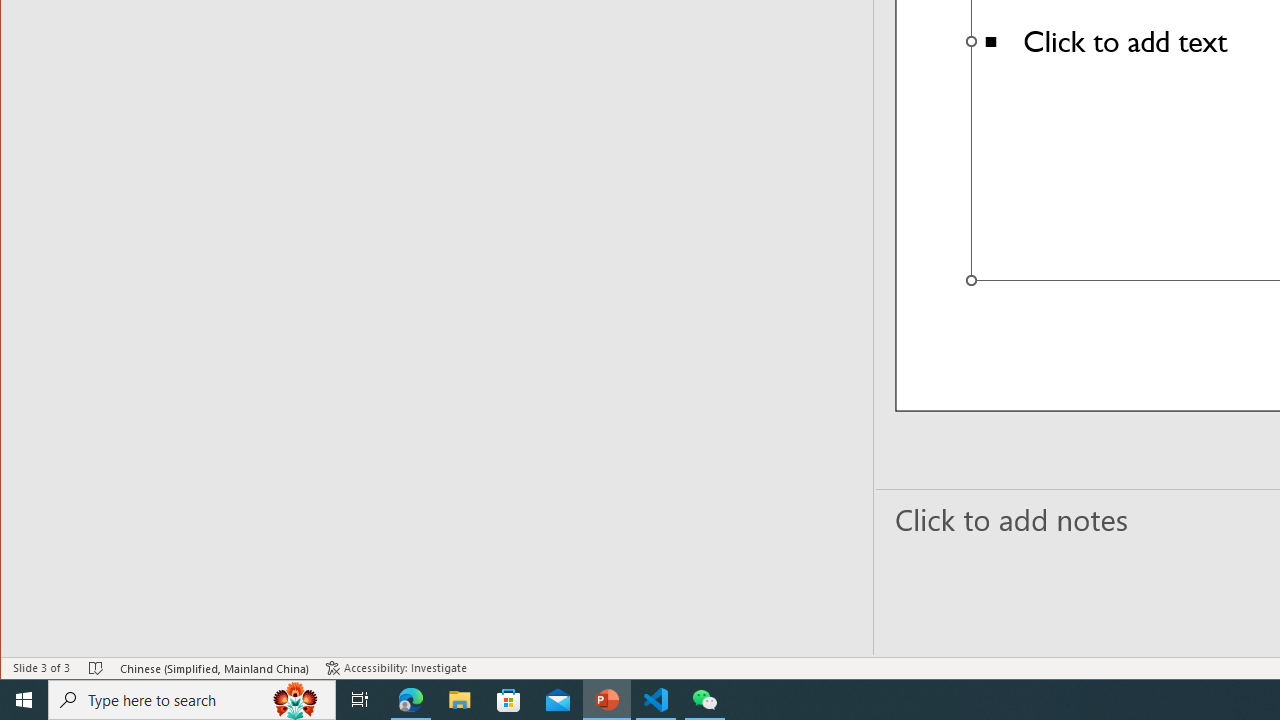 The image size is (1280, 720). I want to click on 'Microsoft Store', so click(509, 698).